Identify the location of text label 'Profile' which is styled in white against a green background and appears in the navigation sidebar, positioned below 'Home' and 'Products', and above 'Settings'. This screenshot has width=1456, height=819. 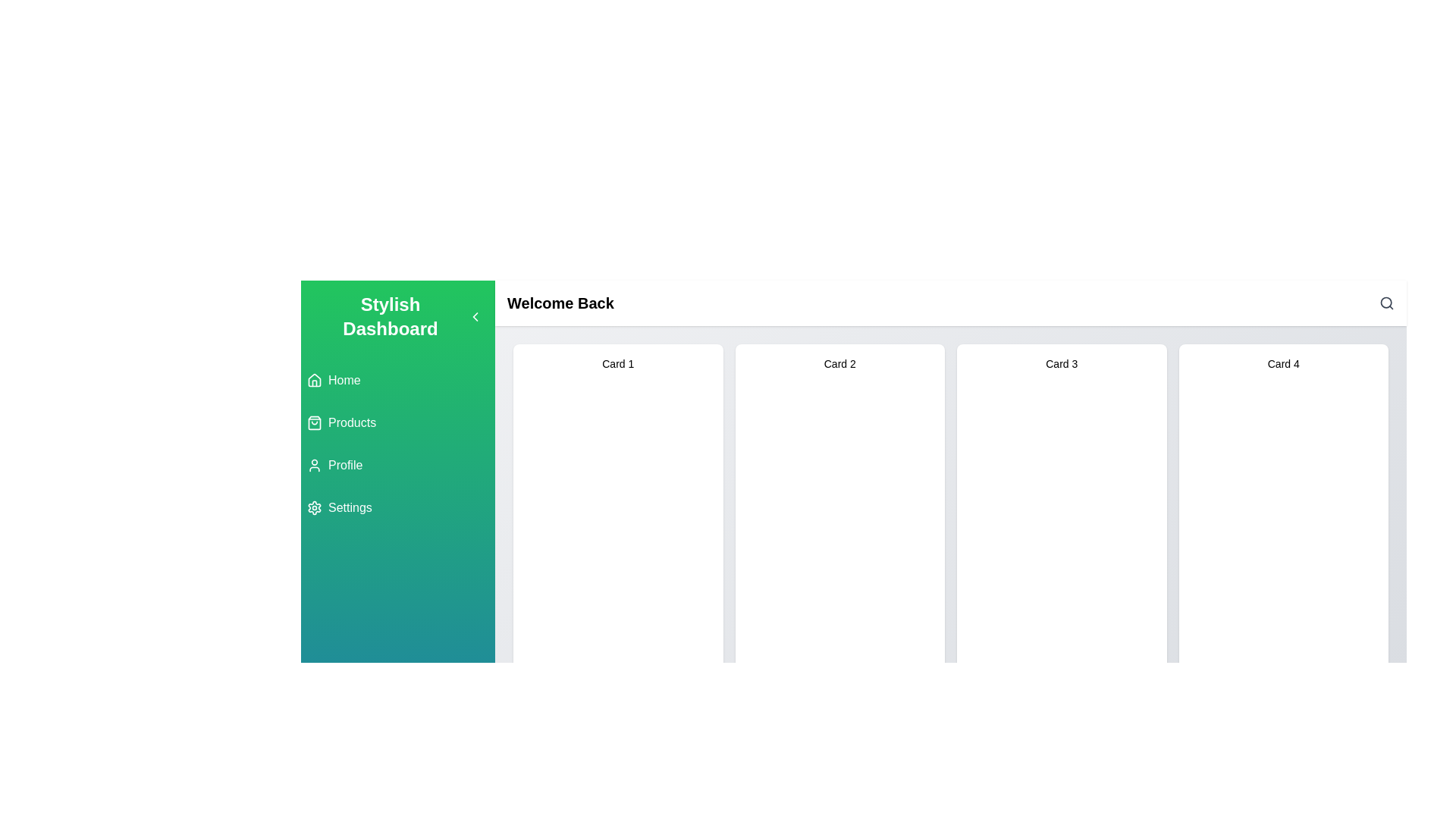
(344, 464).